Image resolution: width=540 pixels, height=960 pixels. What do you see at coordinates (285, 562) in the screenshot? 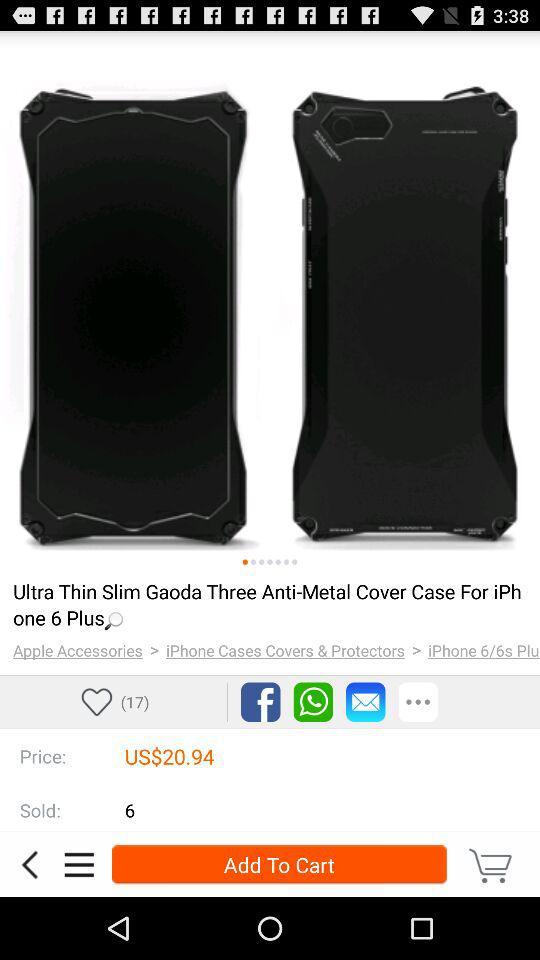
I see `the sixth image` at bounding box center [285, 562].